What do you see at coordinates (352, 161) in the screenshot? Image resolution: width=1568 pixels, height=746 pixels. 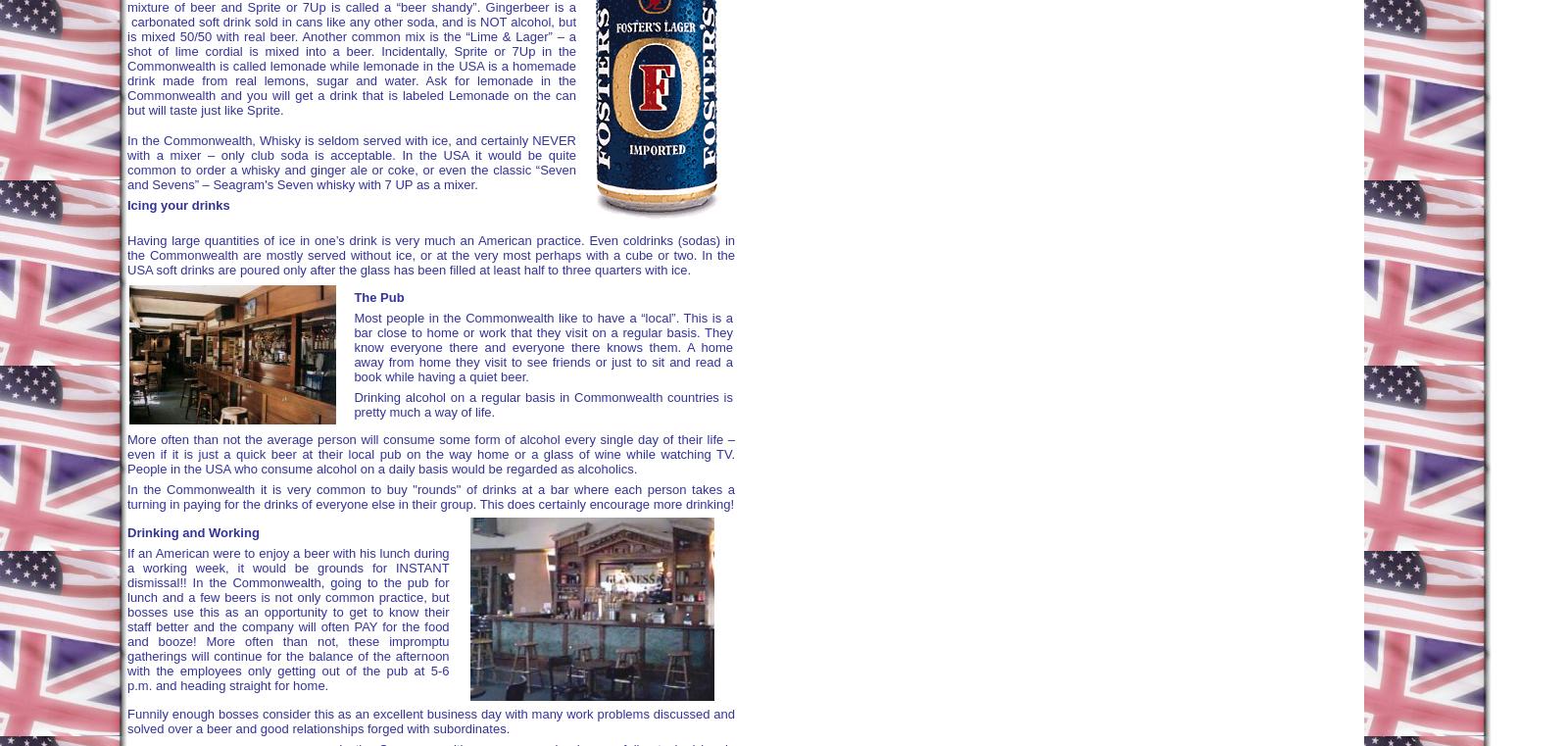 I see `'In
      the Commonwealth, Whisky is seldom served with ice, and certainly NEVER
      with a mixer – only club soda is acceptable. In the USA it would be
      quite common to order a whisky and ginger ale or coke, or even the classic
      “Seven and Sevens” – Seagram's Seven whisky with 7 UP as a mixer.'` at bounding box center [352, 161].